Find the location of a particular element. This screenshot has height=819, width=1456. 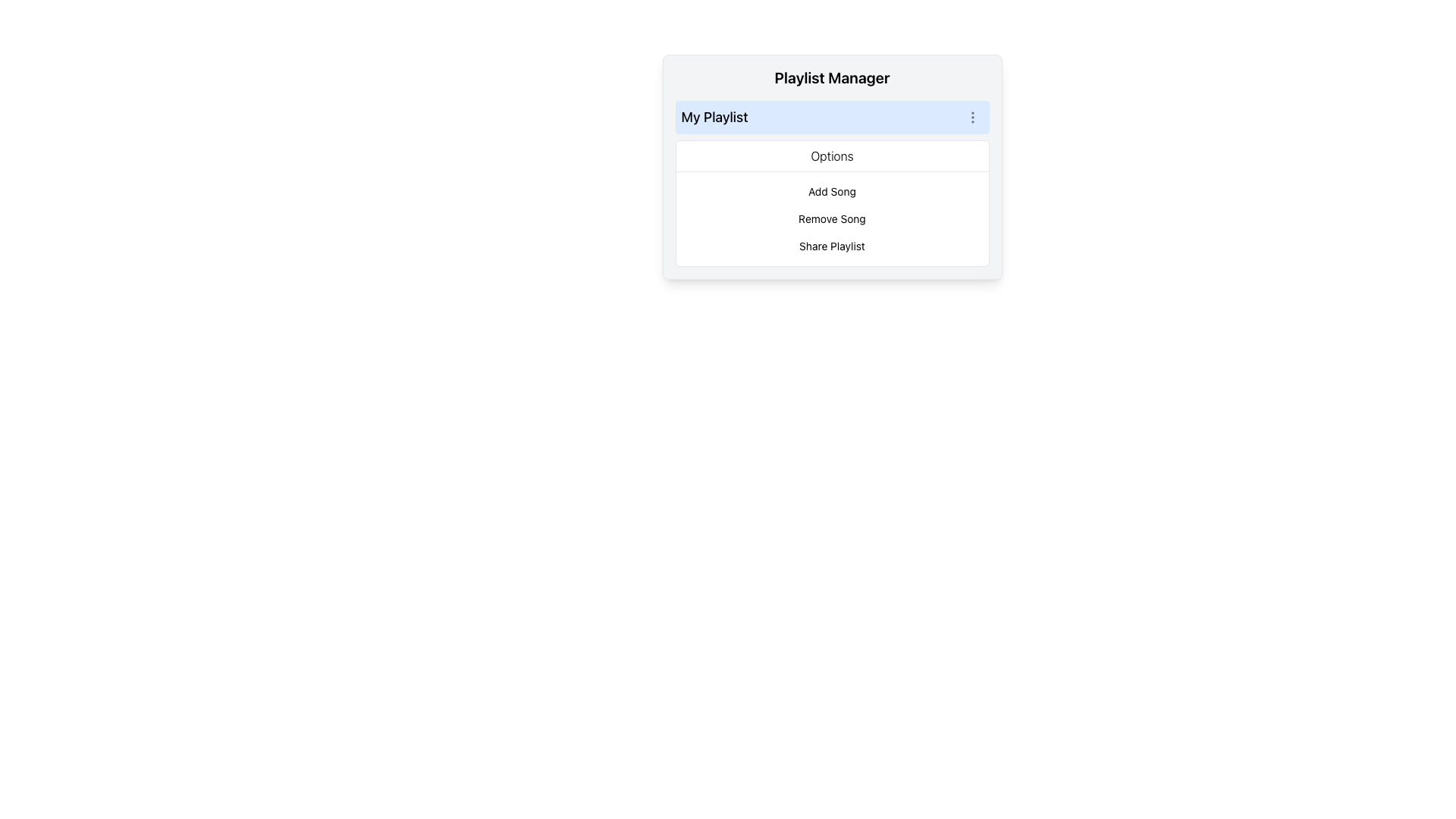

the 'Add Song' text element, which is the first option in the list of actions below the 'Options' header is located at coordinates (831, 191).